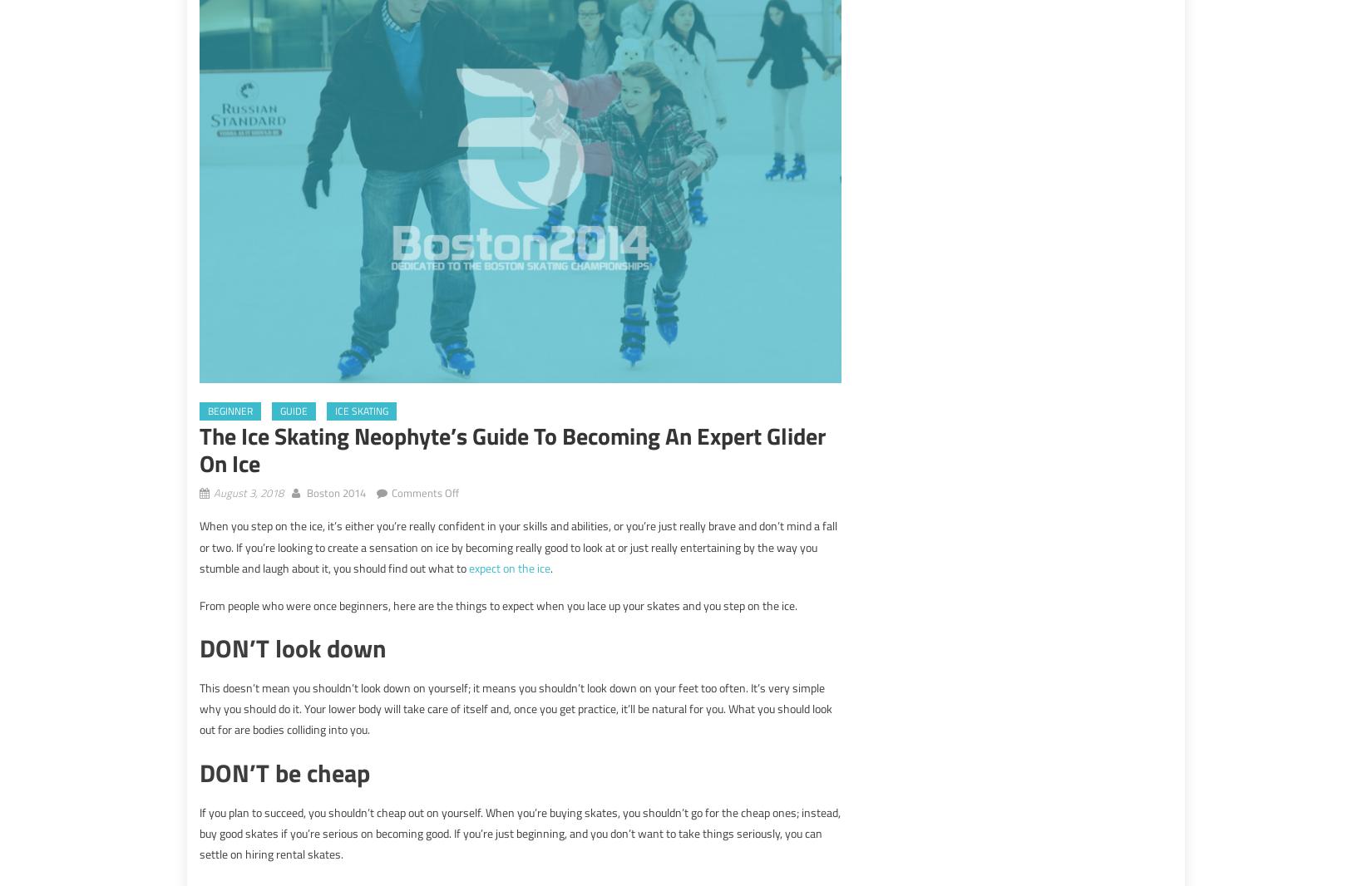 The width and height of the screenshot is (1372, 886). Describe the element at coordinates (293, 647) in the screenshot. I see `'DON’T look down'` at that location.